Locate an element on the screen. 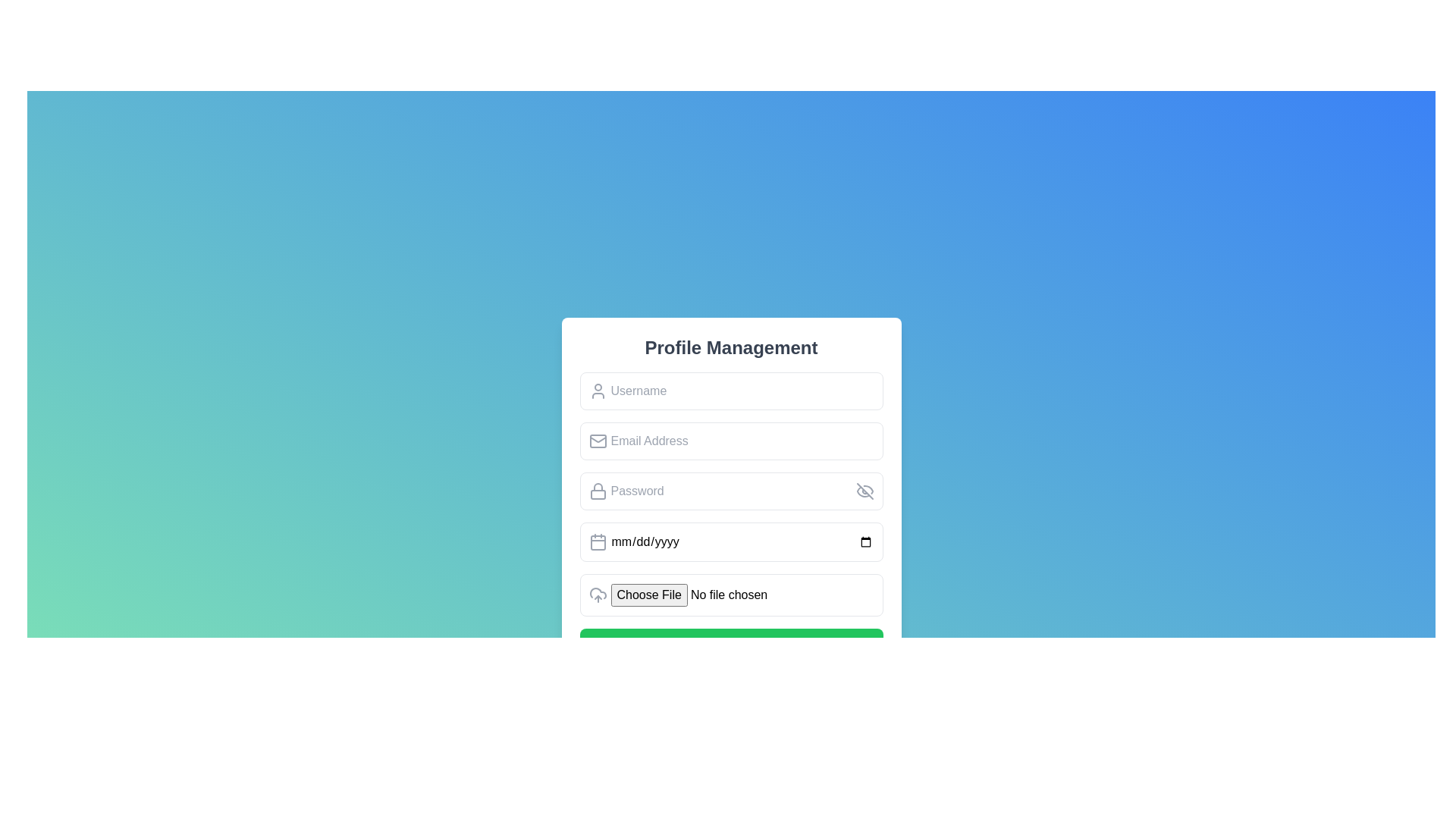  the cloud-shaped upload icon located to the left of the 'No file chosen' text in the file selection input area is located at coordinates (597, 595).